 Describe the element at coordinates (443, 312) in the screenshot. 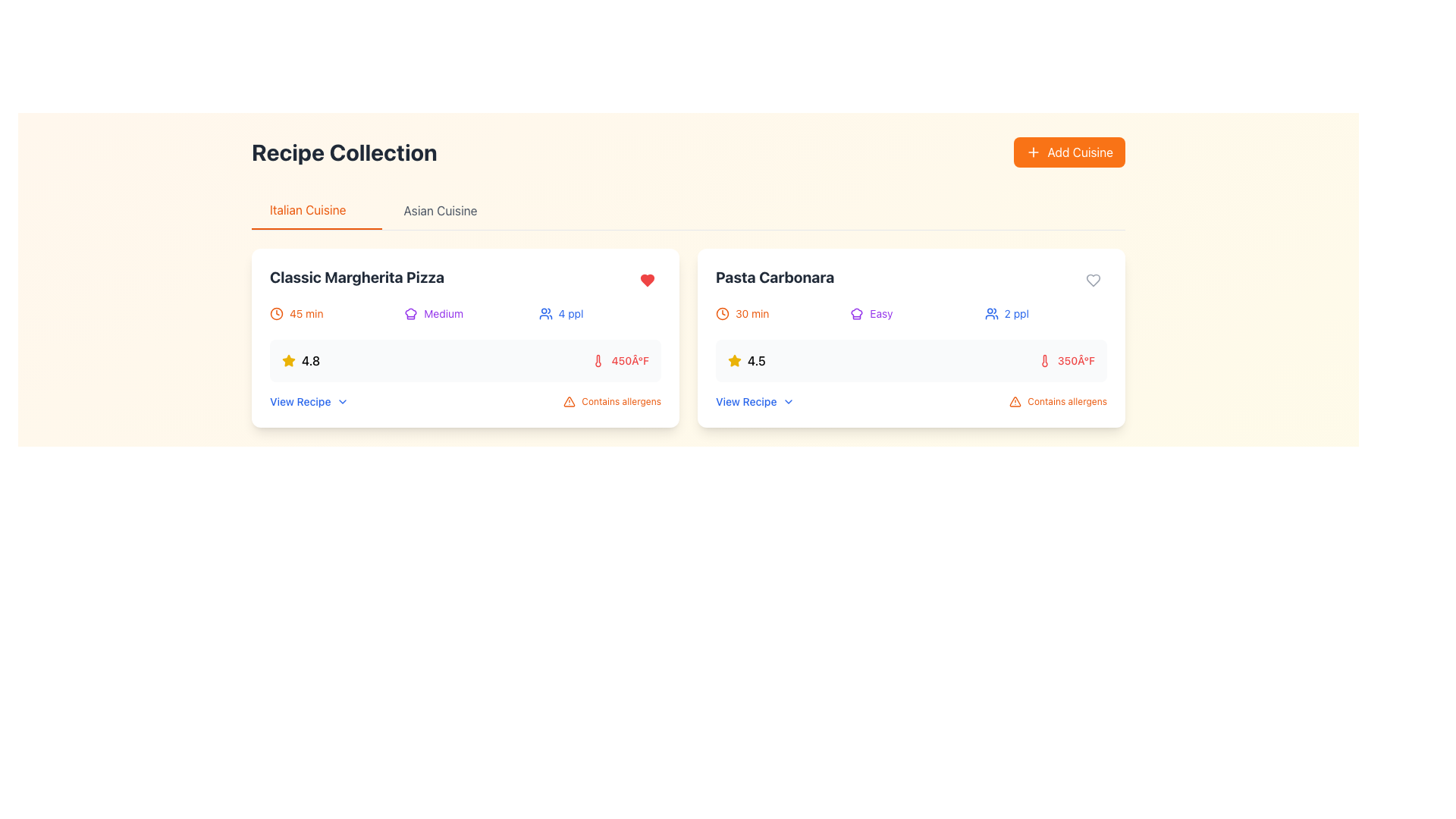

I see `difficulty level indicator text displayed in the first recipe card under the 'Italian Cuisine' tab, located centrally in the card layout` at that location.